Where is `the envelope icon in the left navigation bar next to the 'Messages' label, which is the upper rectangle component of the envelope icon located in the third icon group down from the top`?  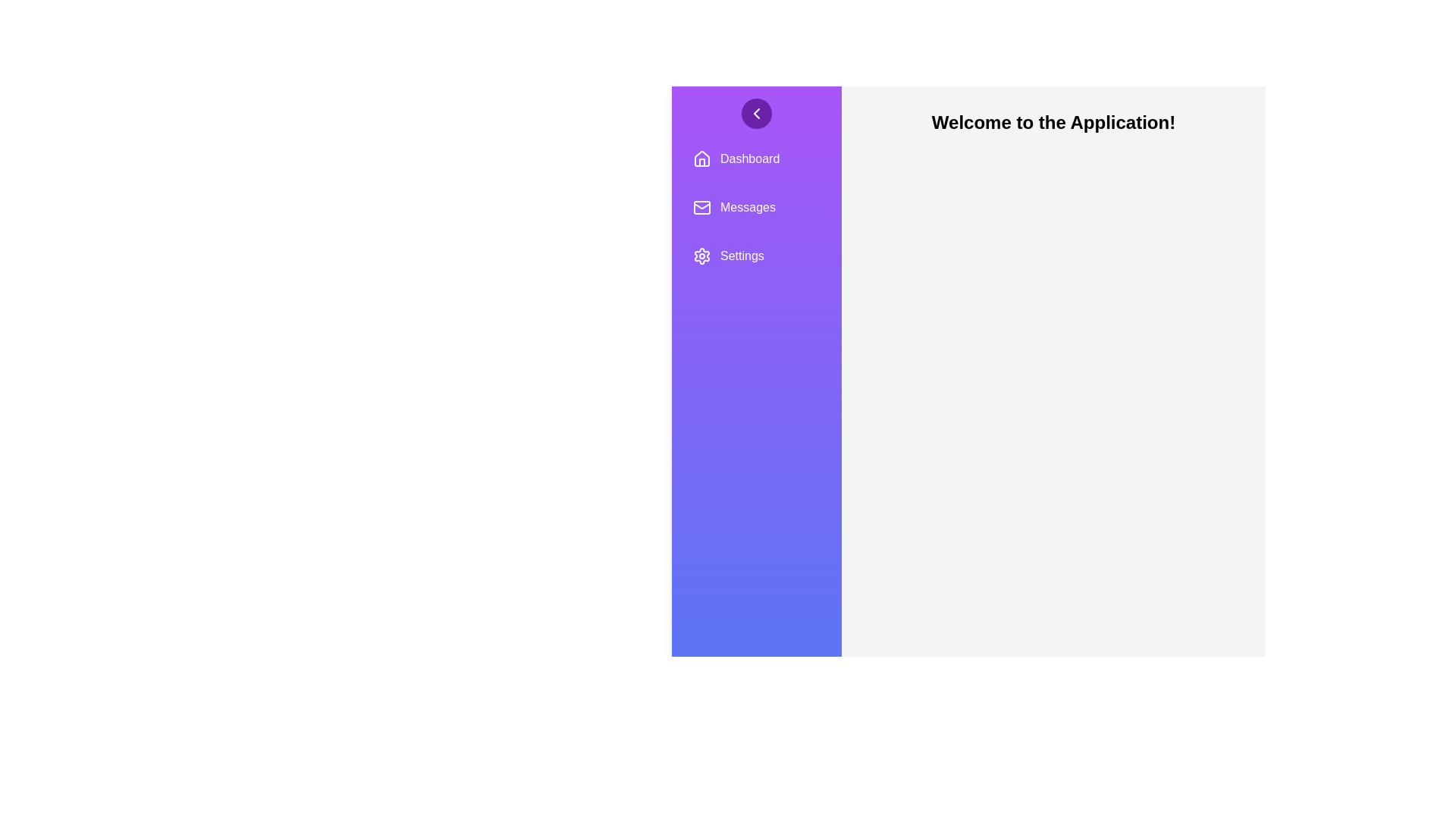
the envelope icon in the left navigation bar next to the 'Messages' label, which is the upper rectangle component of the envelope icon located in the third icon group down from the top is located at coordinates (701, 207).